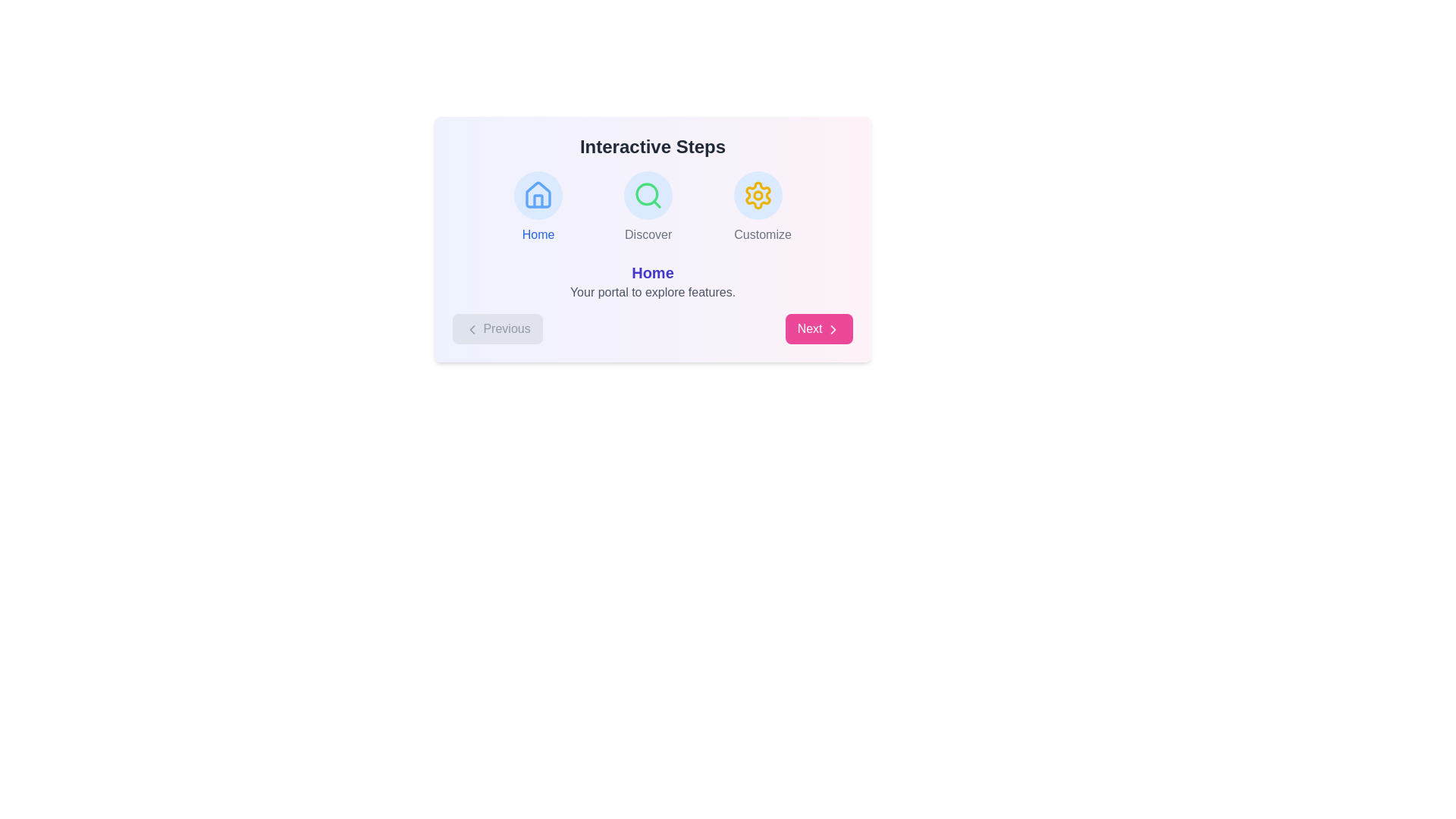 The width and height of the screenshot is (1456, 819). What do you see at coordinates (647, 193) in the screenshot?
I see `the decorative circle-shaped graphical design element within the 'Discover' magnifying glass icon` at bounding box center [647, 193].